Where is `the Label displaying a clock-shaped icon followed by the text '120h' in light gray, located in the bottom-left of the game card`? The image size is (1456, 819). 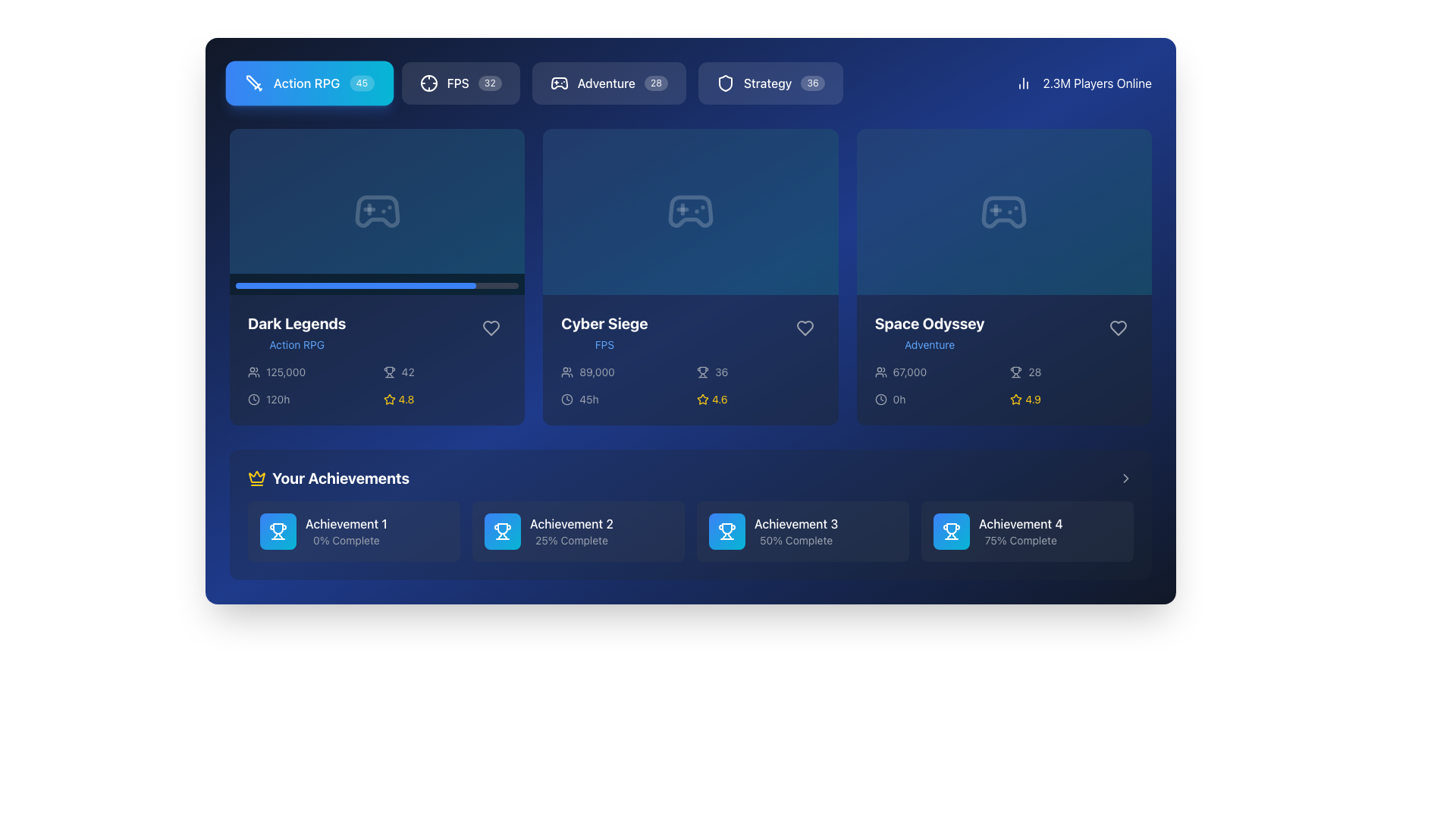
the Label displaying a clock-shaped icon followed by the text '120h' in light gray, located in the bottom-left of the game card is located at coordinates (309, 398).